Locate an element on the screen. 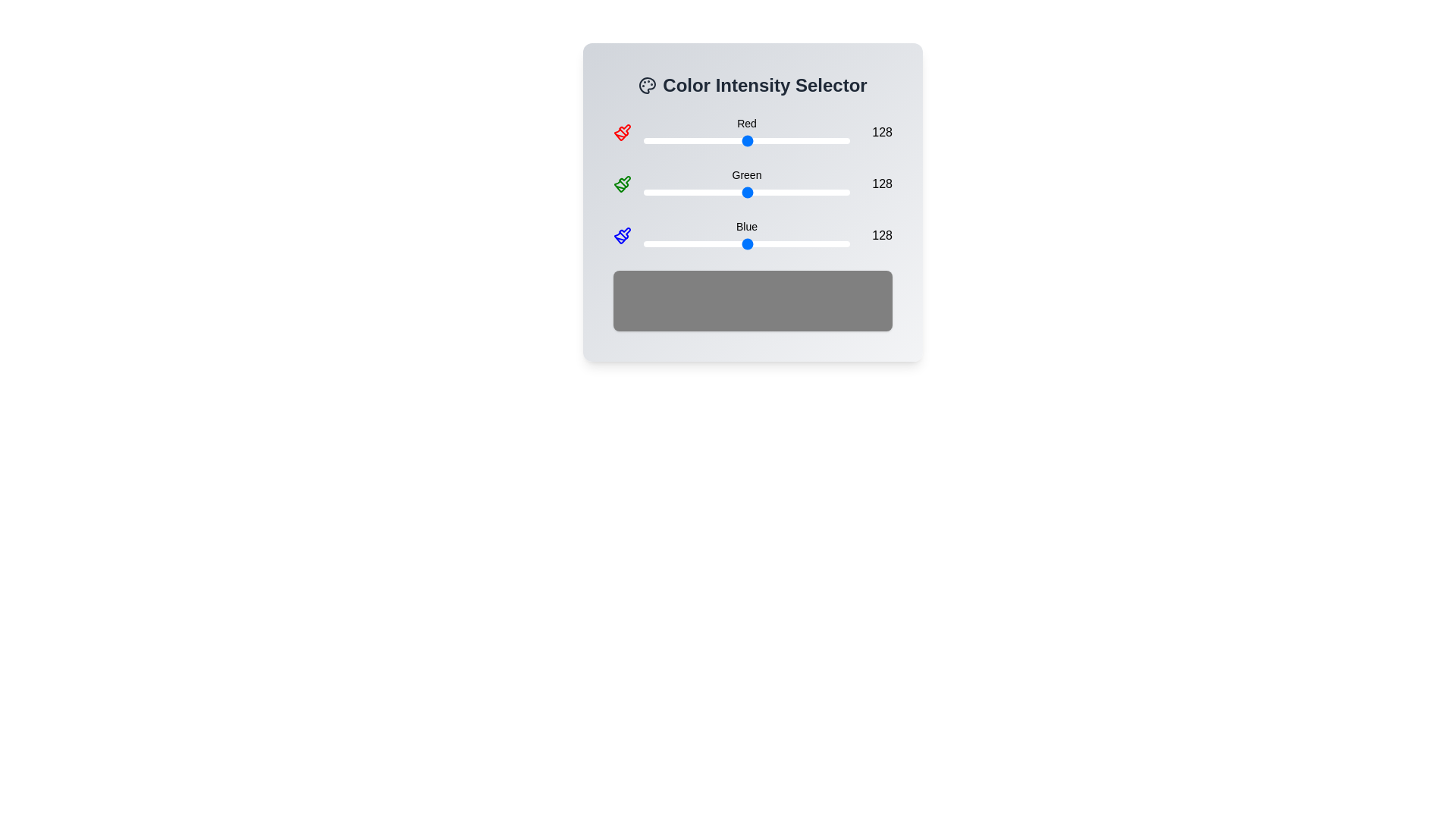 The height and width of the screenshot is (819, 1456). the red intensity is located at coordinates (789, 140).